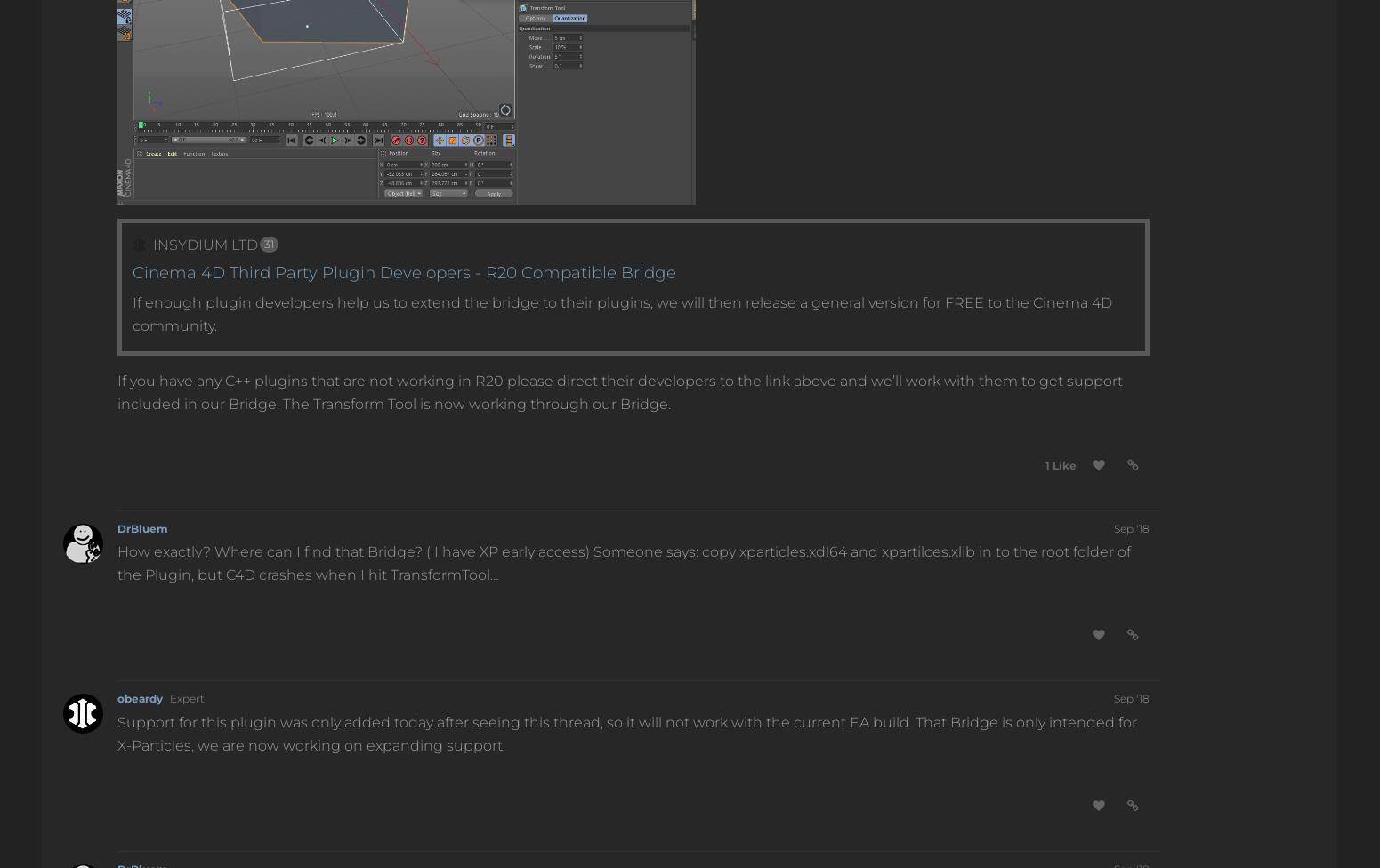 The image size is (1380, 868). What do you see at coordinates (117, 390) in the screenshot?
I see `'If you have any C++ plugins that are not working in R20 please direct their developers to the link above and we’ll work with them to get support included in our Bridge. The Transform Tool is now working through our Bridge.'` at bounding box center [117, 390].